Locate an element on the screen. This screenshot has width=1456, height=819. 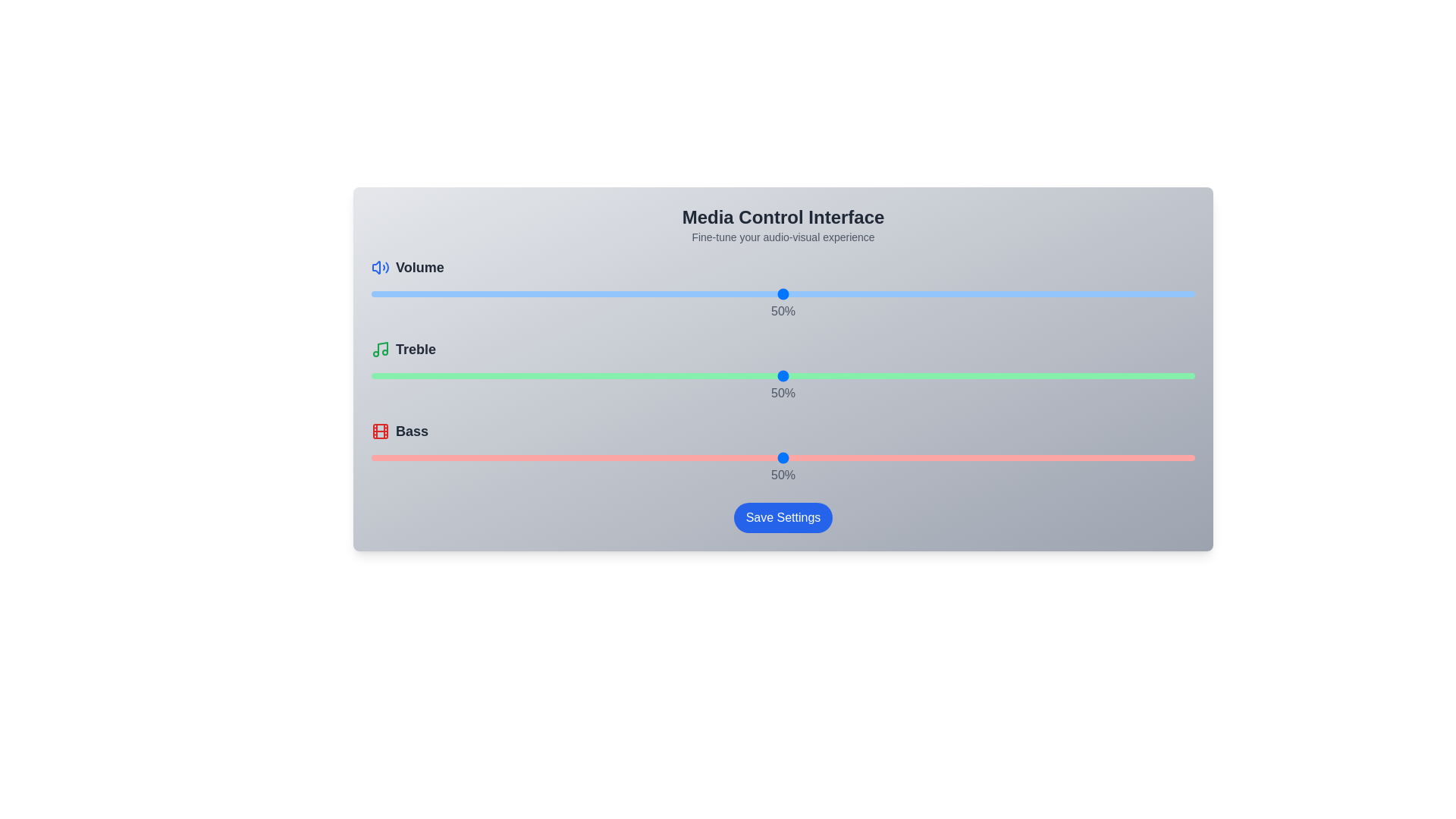
the bass level is located at coordinates (436, 457).